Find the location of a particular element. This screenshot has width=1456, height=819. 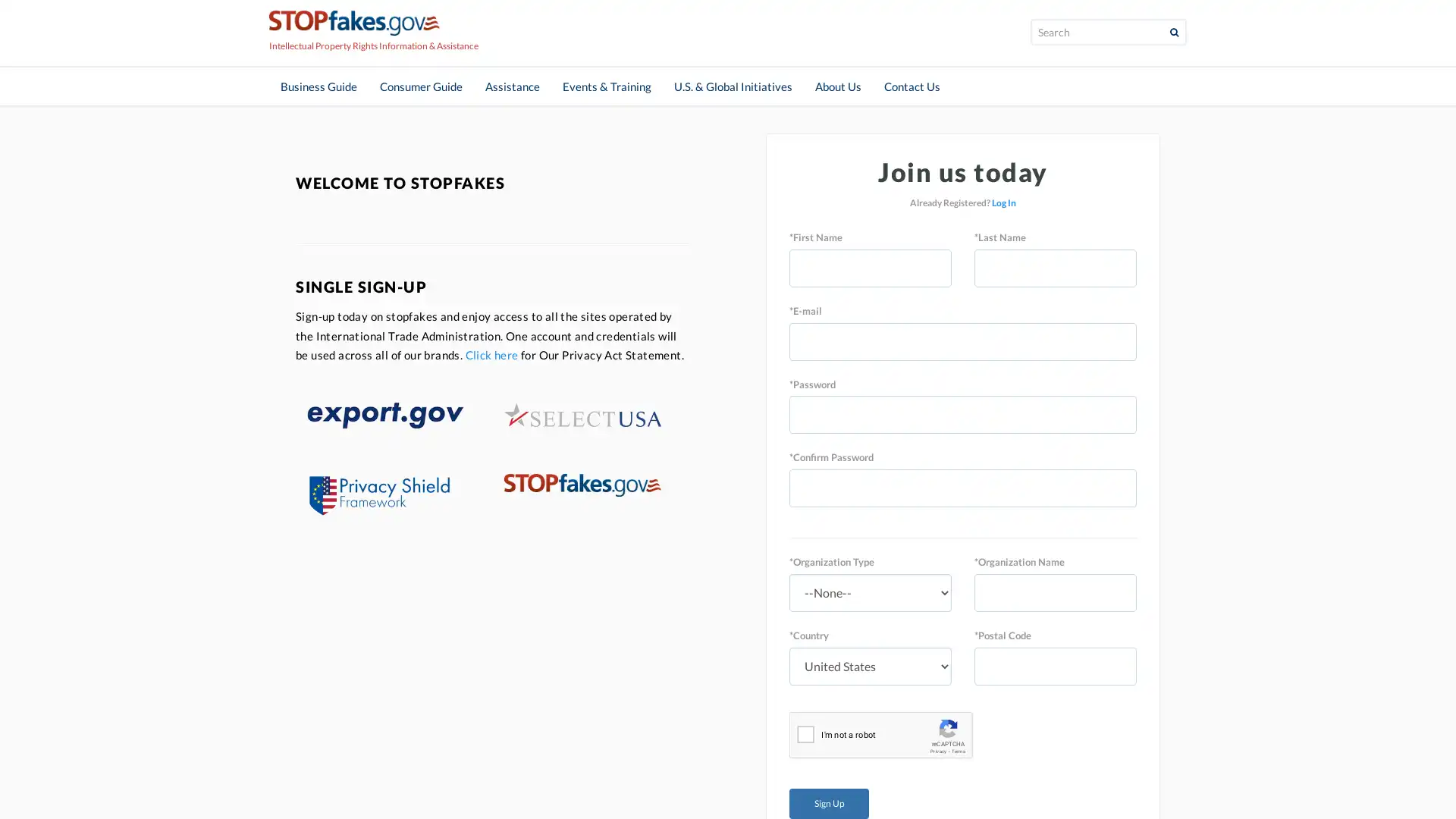

Sign Up is located at coordinates (828, 802).